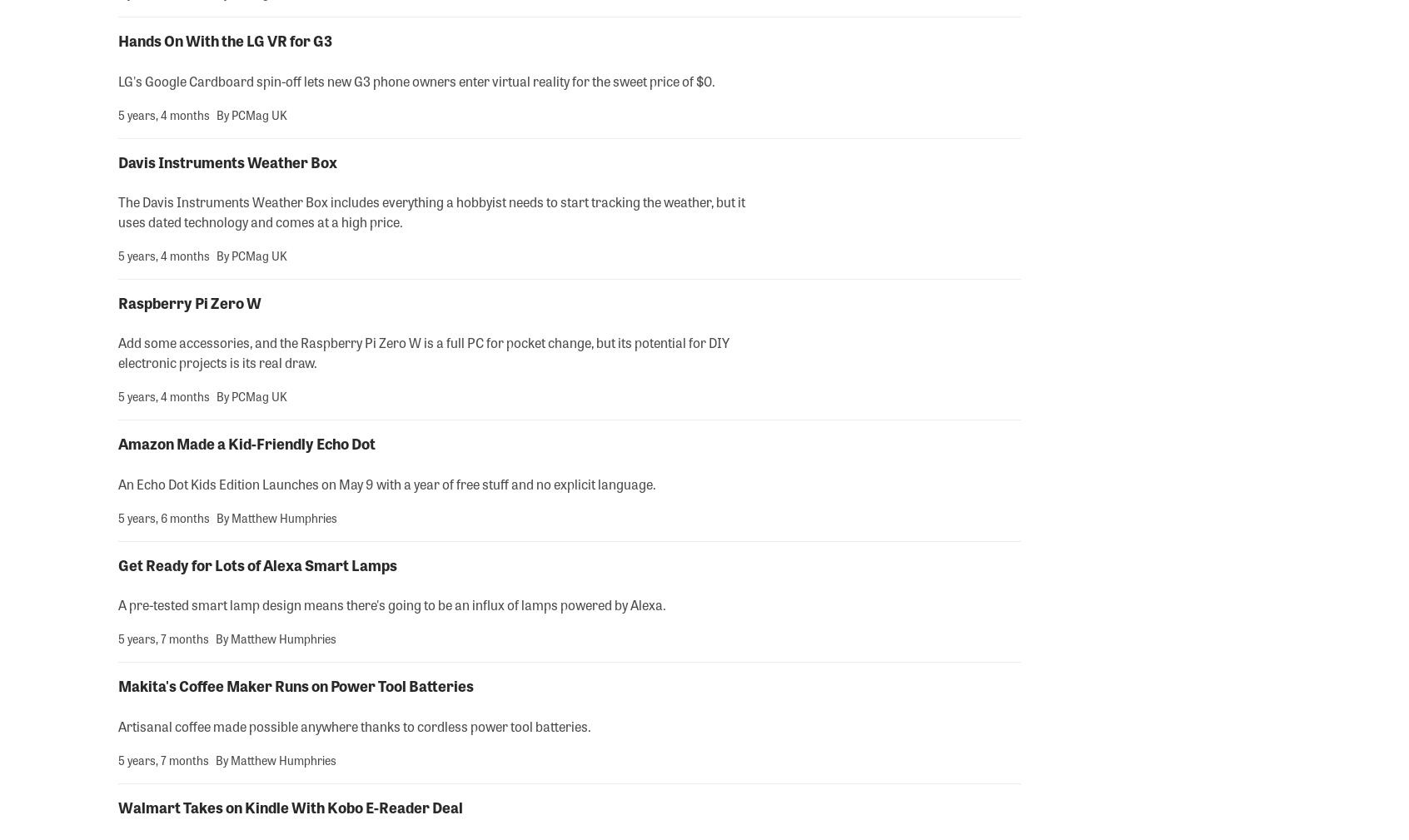  Describe the element at coordinates (296, 685) in the screenshot. I see `'Makita's Coffee Maker Runs on Power Tool Batteries'` at that location.